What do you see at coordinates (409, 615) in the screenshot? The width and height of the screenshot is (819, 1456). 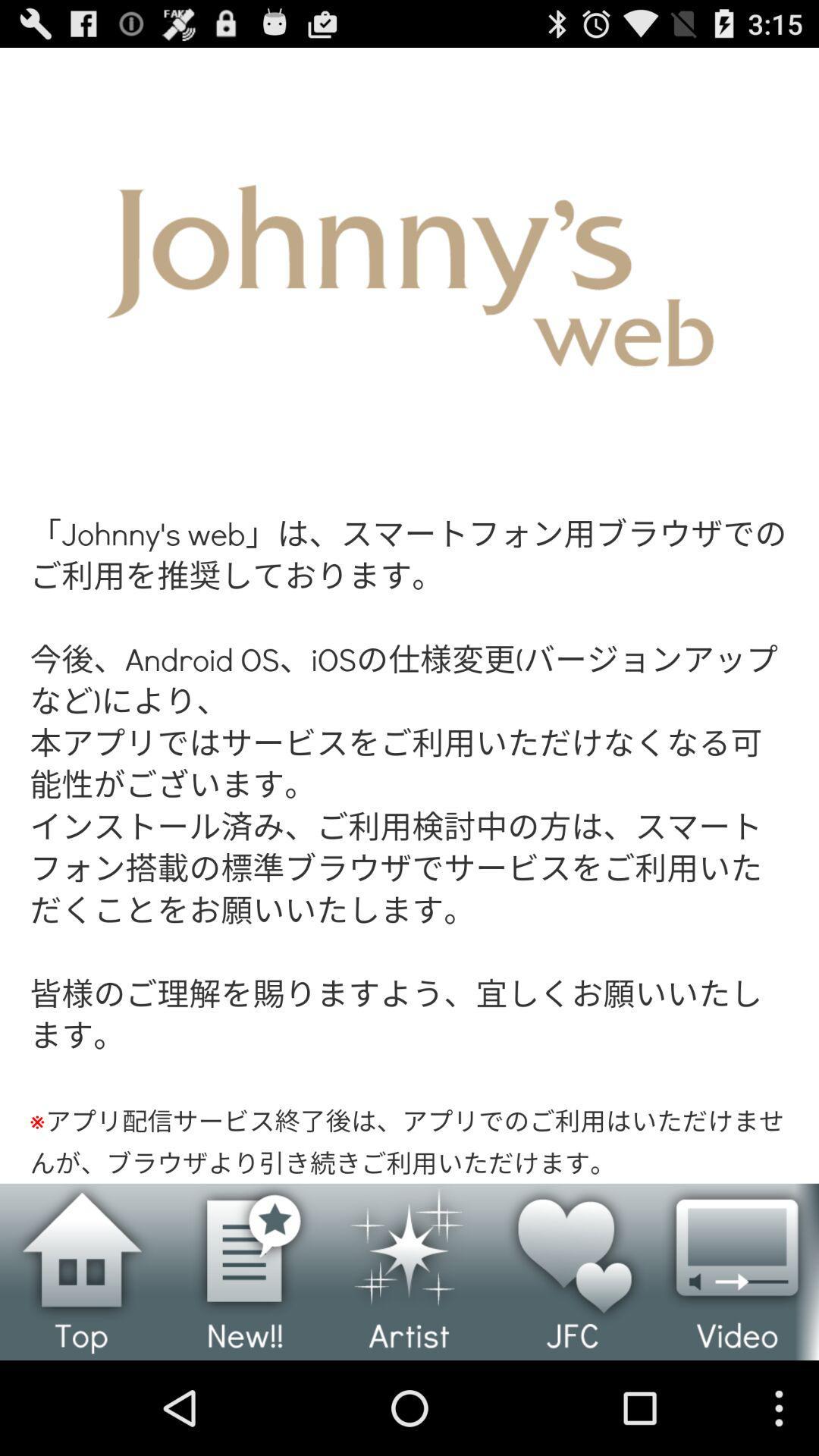 I see `open johnny 's web` at bounding box center [409, 615].